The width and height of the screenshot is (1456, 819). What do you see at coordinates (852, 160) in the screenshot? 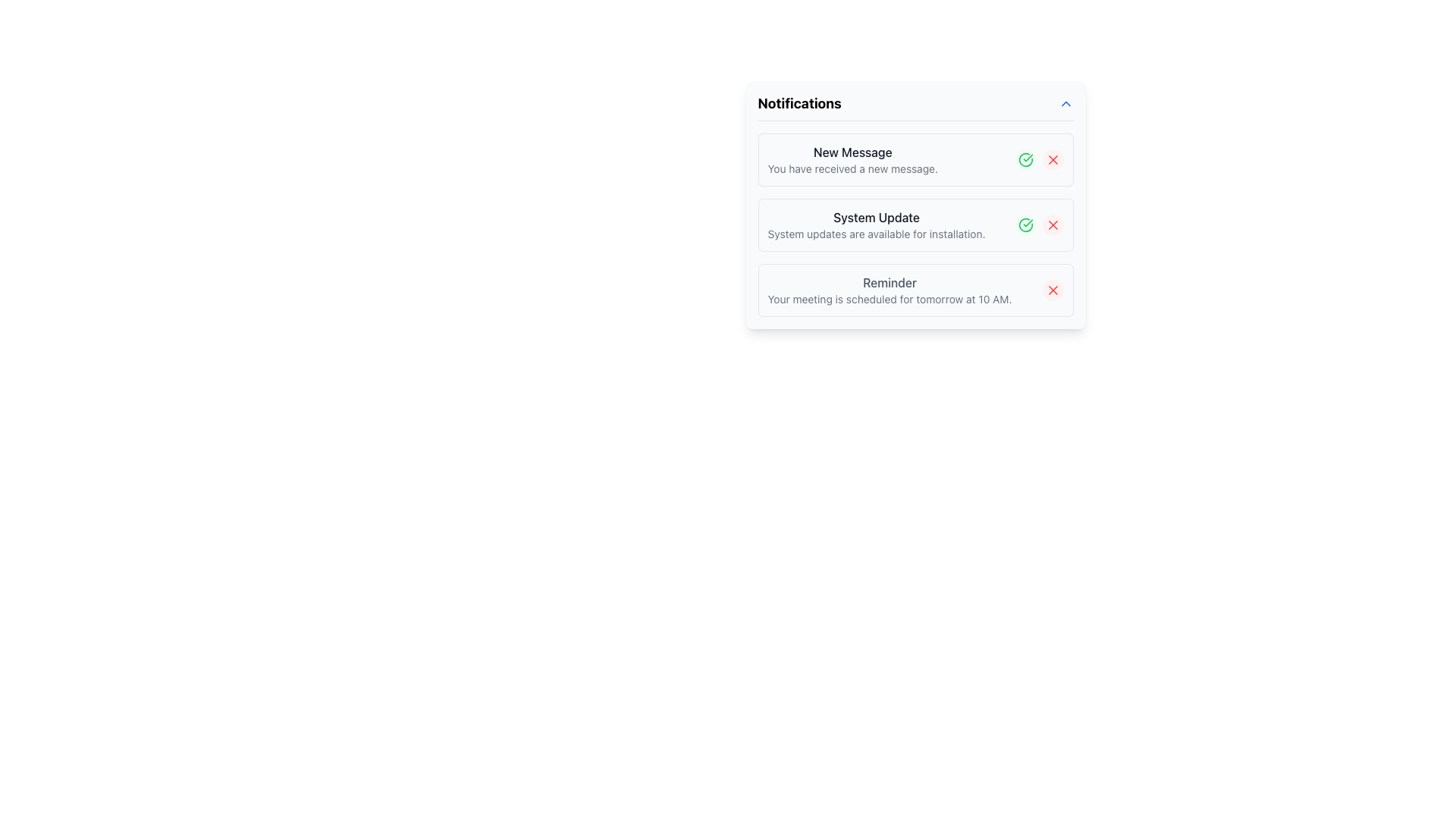
I see `the Notification Text Content located at the top part of the notification list, inside the first notification item to access related elements` at bounding box center [852, 160].